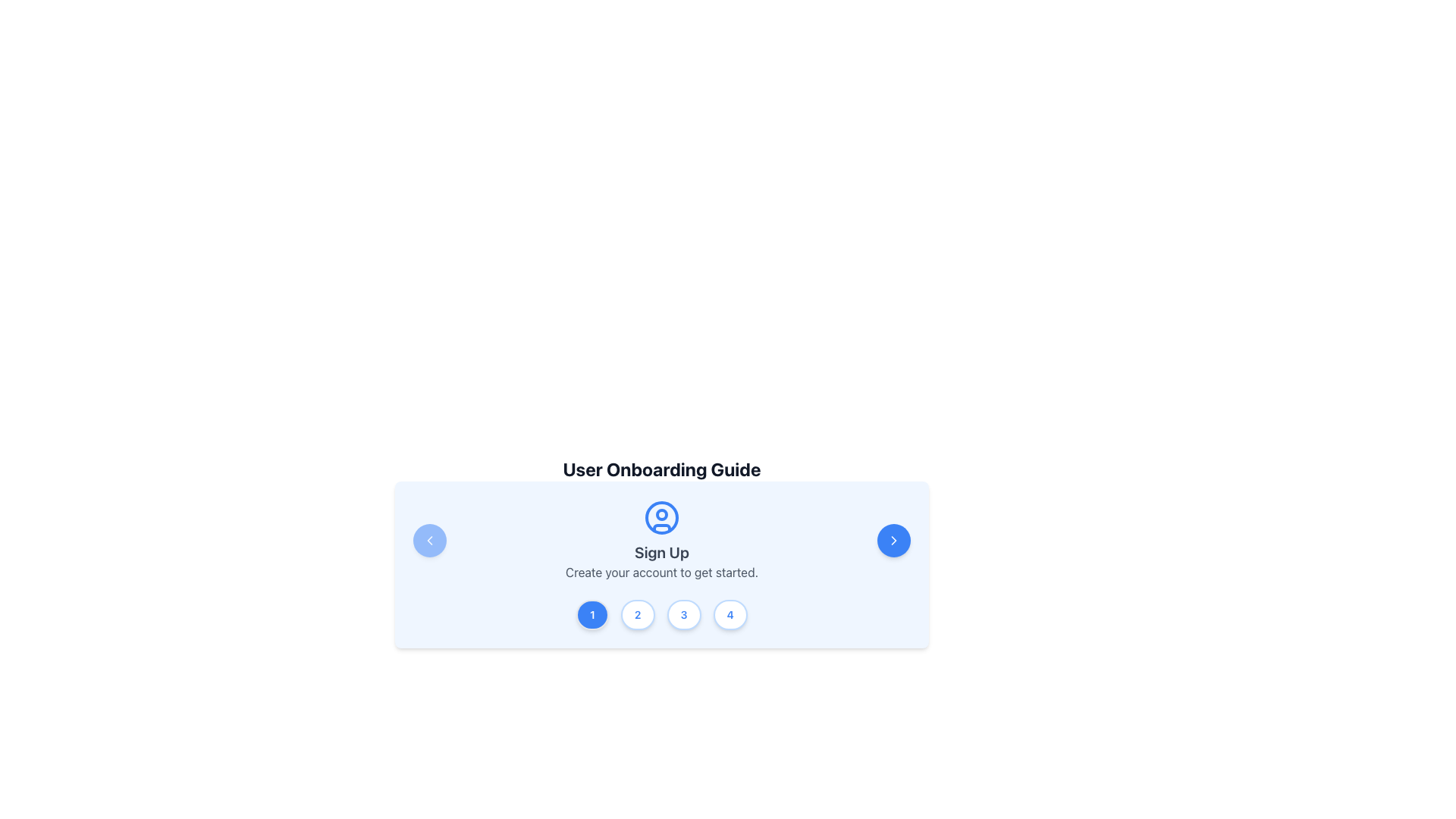  What do you see at coordinates (894, 540) in the screenshot?
I see `the rightward chevron icon within the circular button at the bottom-right of the panel` at bounding box center [894, 540].